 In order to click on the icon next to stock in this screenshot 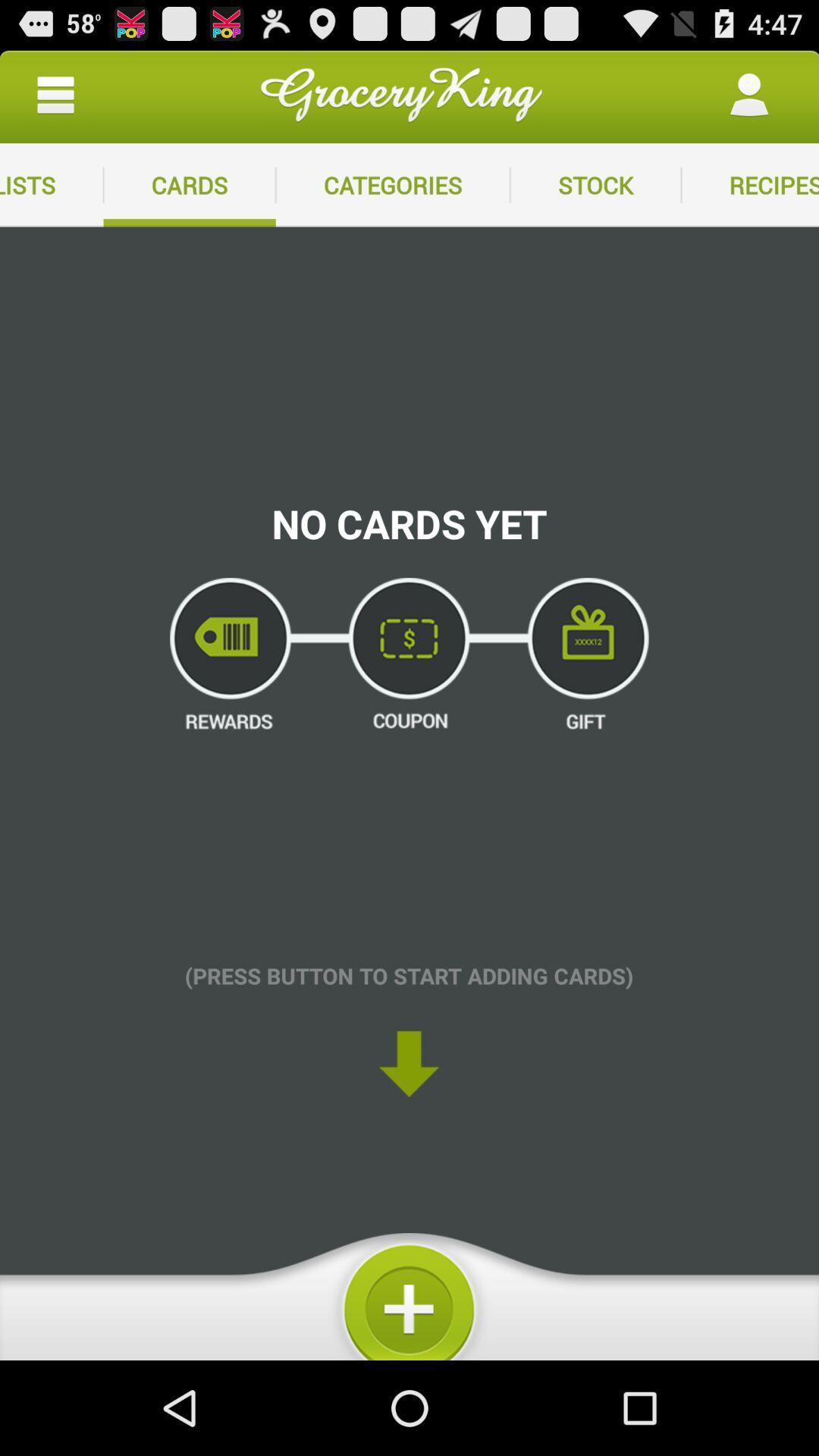, I will do `click(392, 184)`.